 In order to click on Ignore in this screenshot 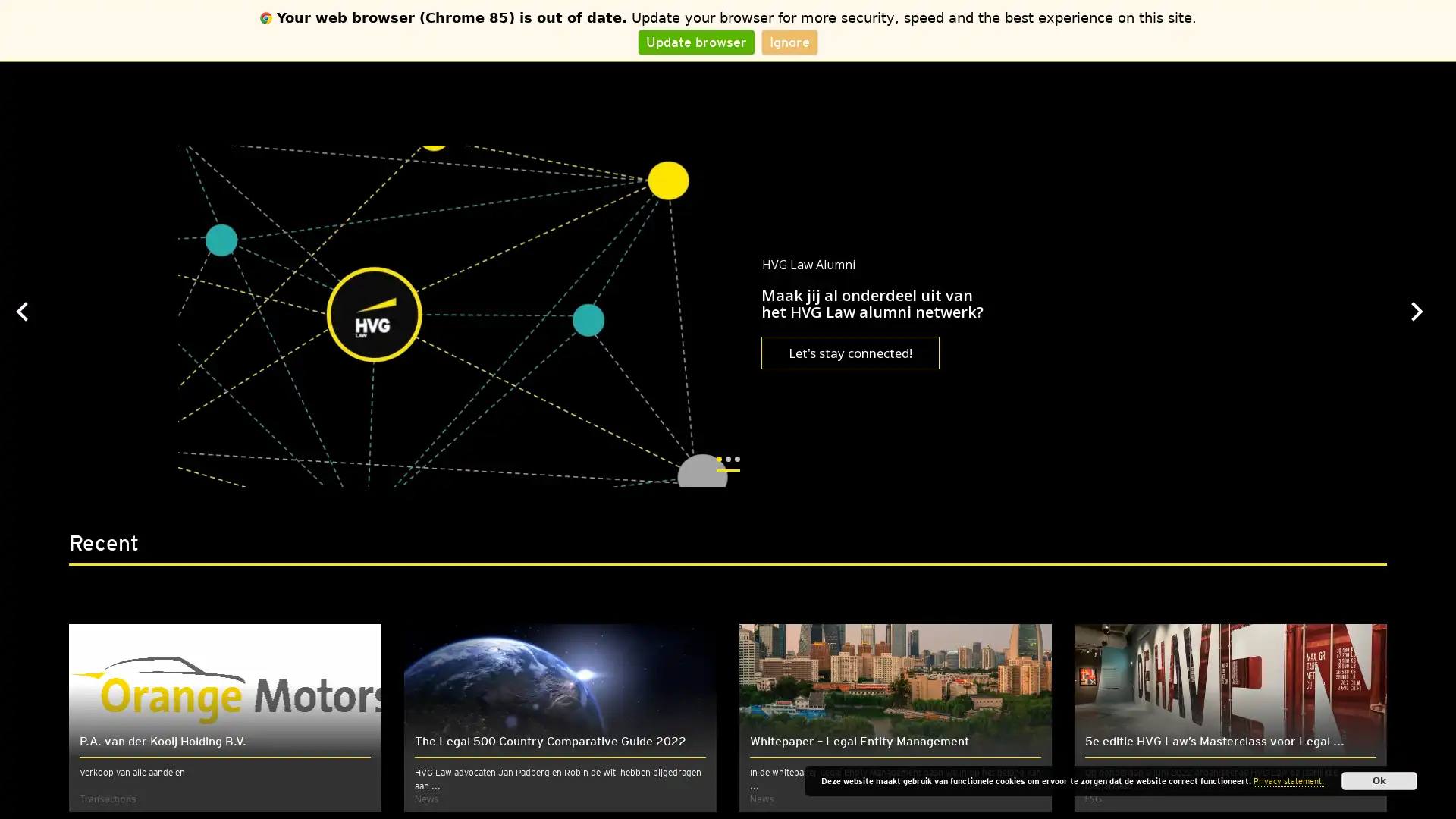, I will do `click(789, 41)`.